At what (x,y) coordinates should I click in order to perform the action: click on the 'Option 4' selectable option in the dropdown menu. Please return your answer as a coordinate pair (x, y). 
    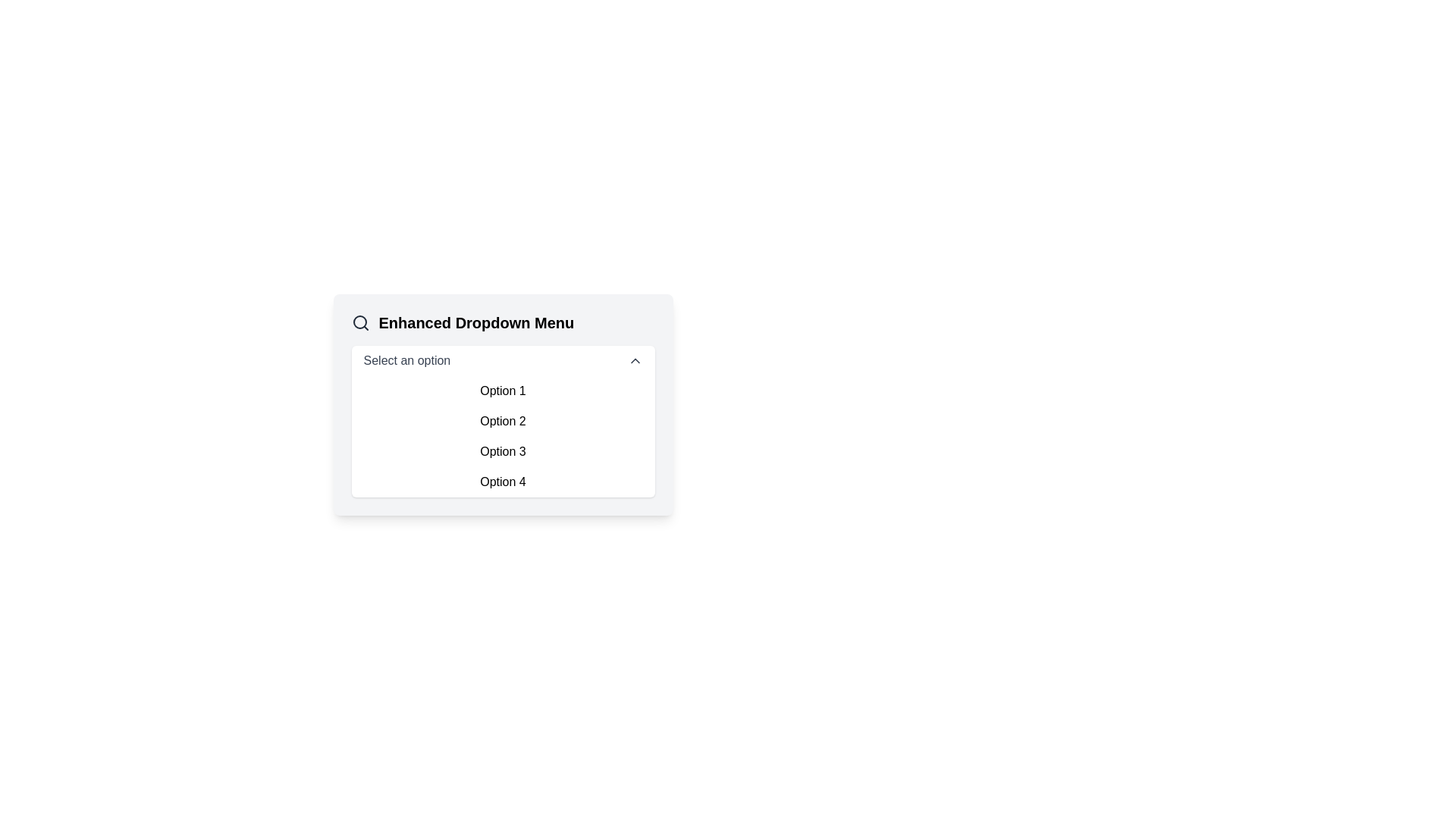
    Looking at the image, I should click on (503, 482).